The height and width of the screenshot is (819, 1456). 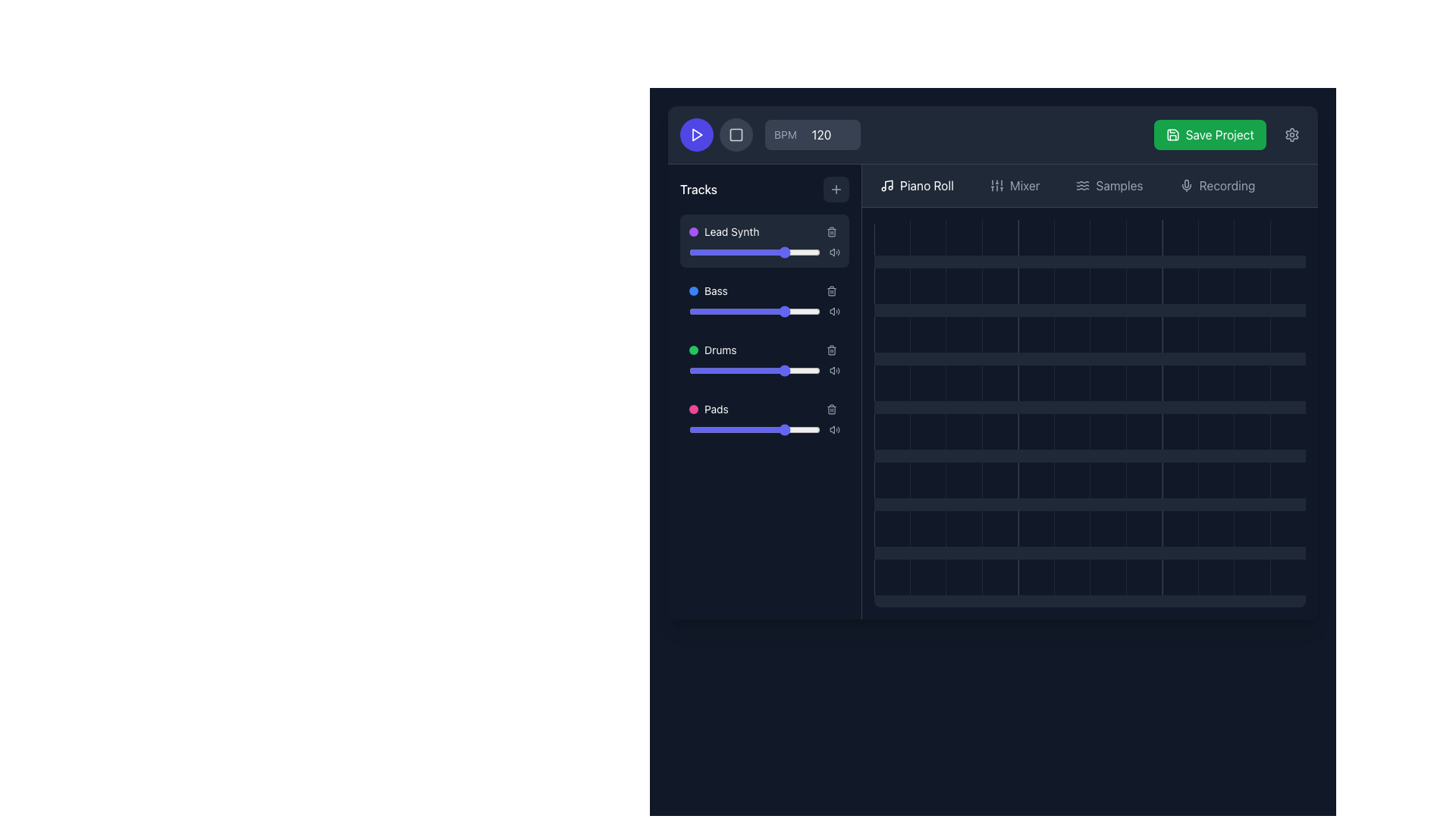 I want to click on the interactive panel located in the right-middle area of the grid, which serves as a visual placeholder or interactive region, so click(x=1287, y=382).